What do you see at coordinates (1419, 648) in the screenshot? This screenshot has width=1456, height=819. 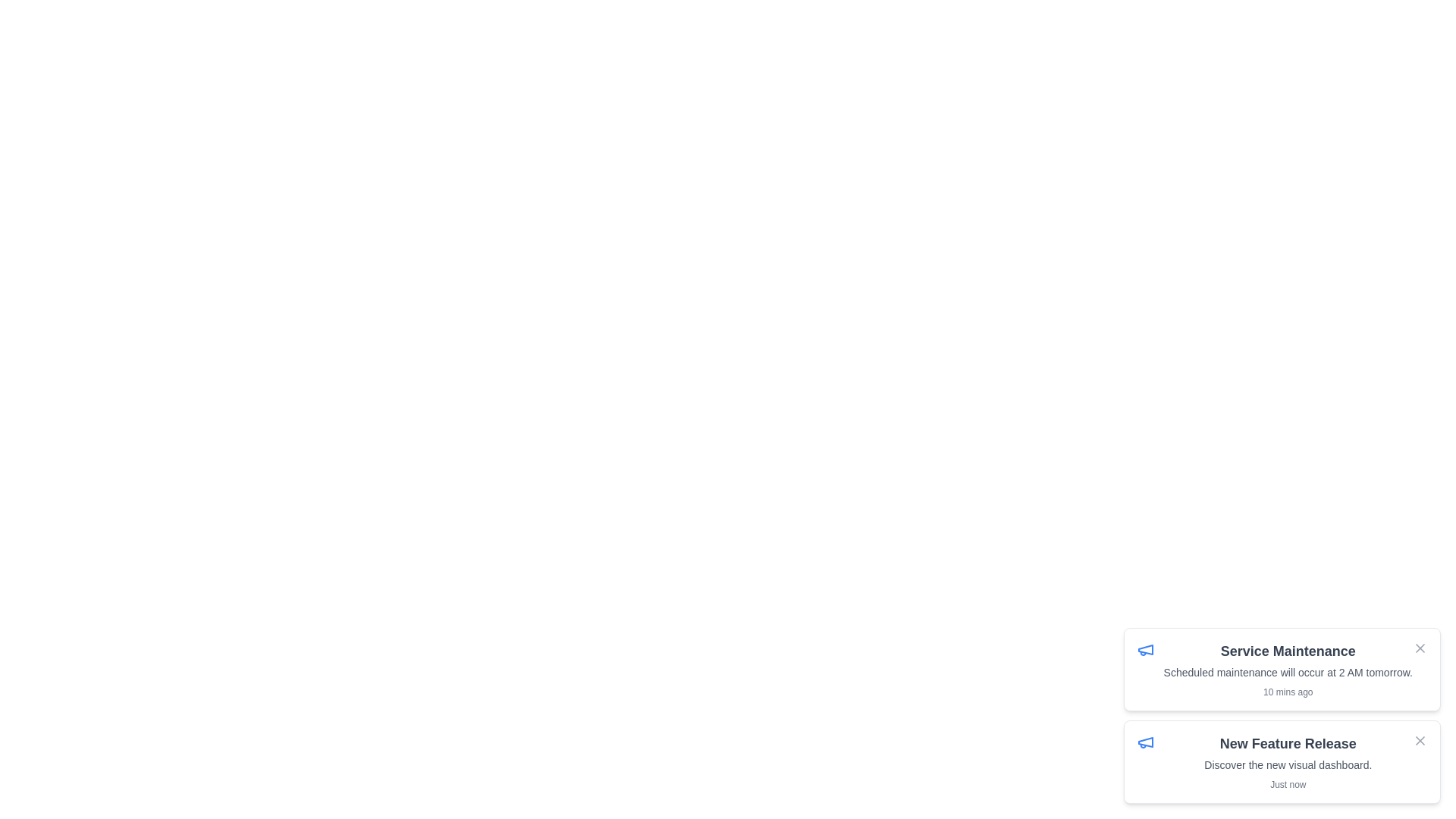 I see `the close button of the message with title Service Maintenance` at bounding box center [1419, 648].